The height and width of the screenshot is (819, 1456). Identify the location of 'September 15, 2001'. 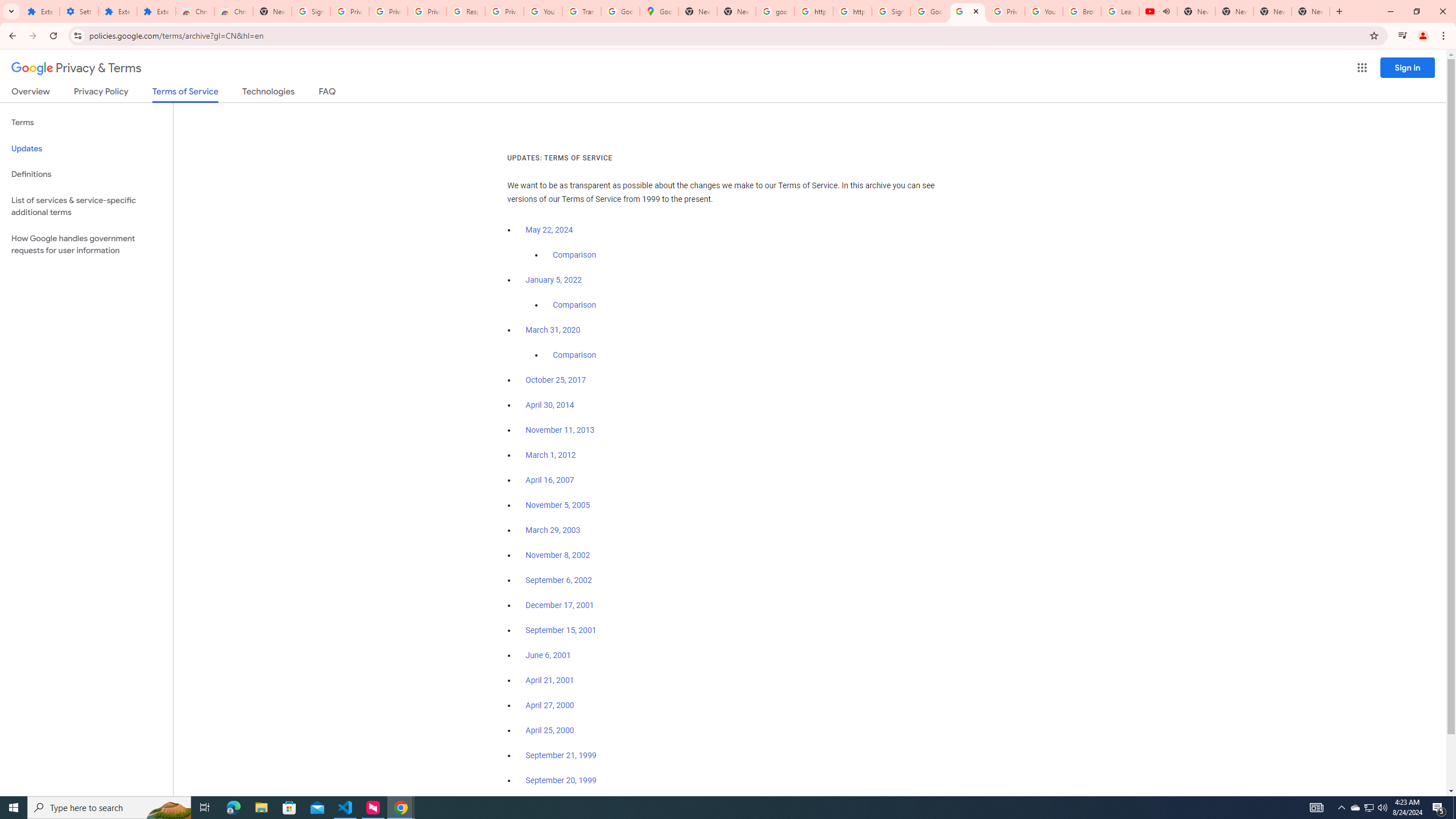
(561, 630).